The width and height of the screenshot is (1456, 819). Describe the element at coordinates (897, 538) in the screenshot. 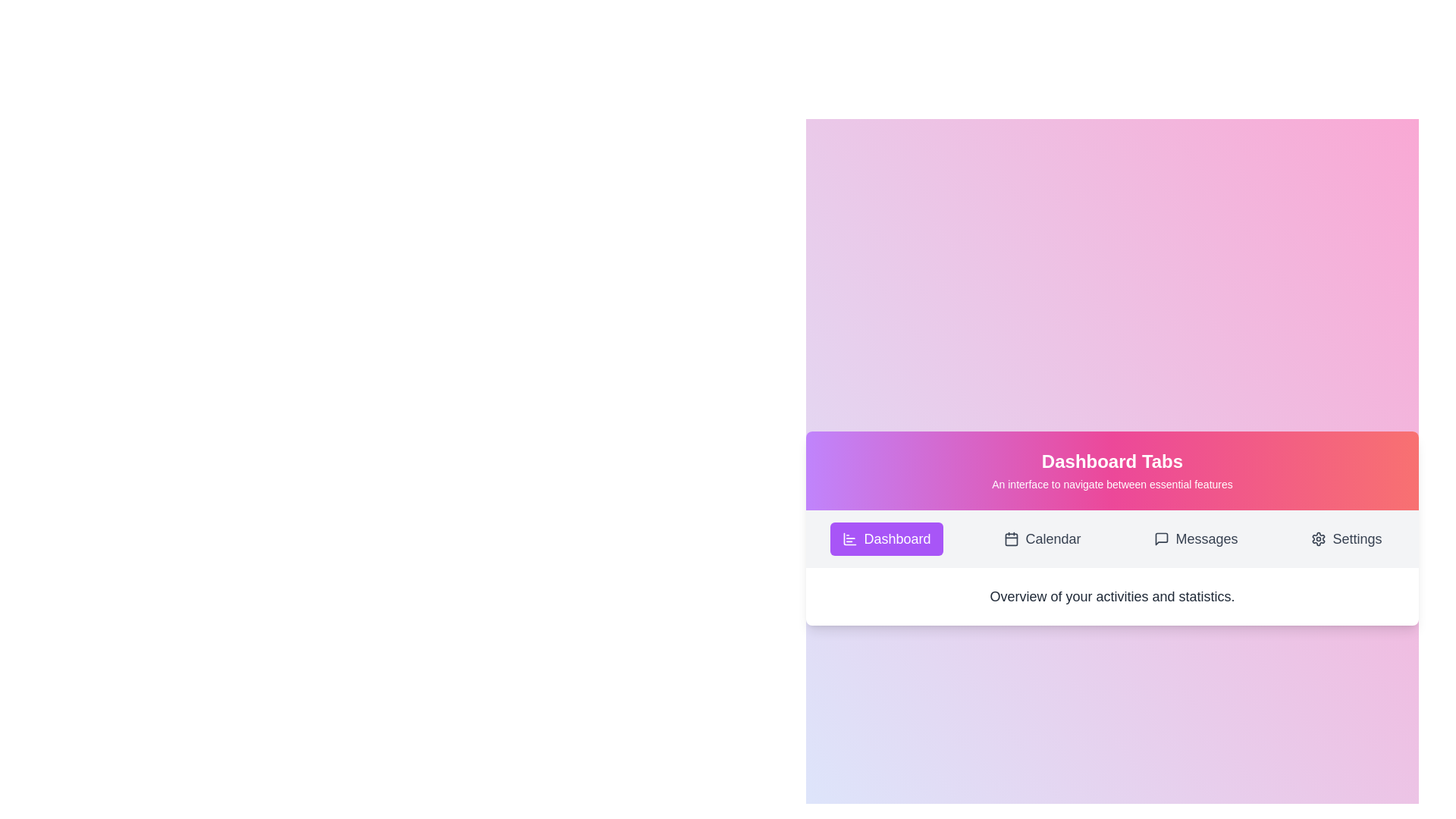

I see `the text label that serves as a navigational button` at that location.